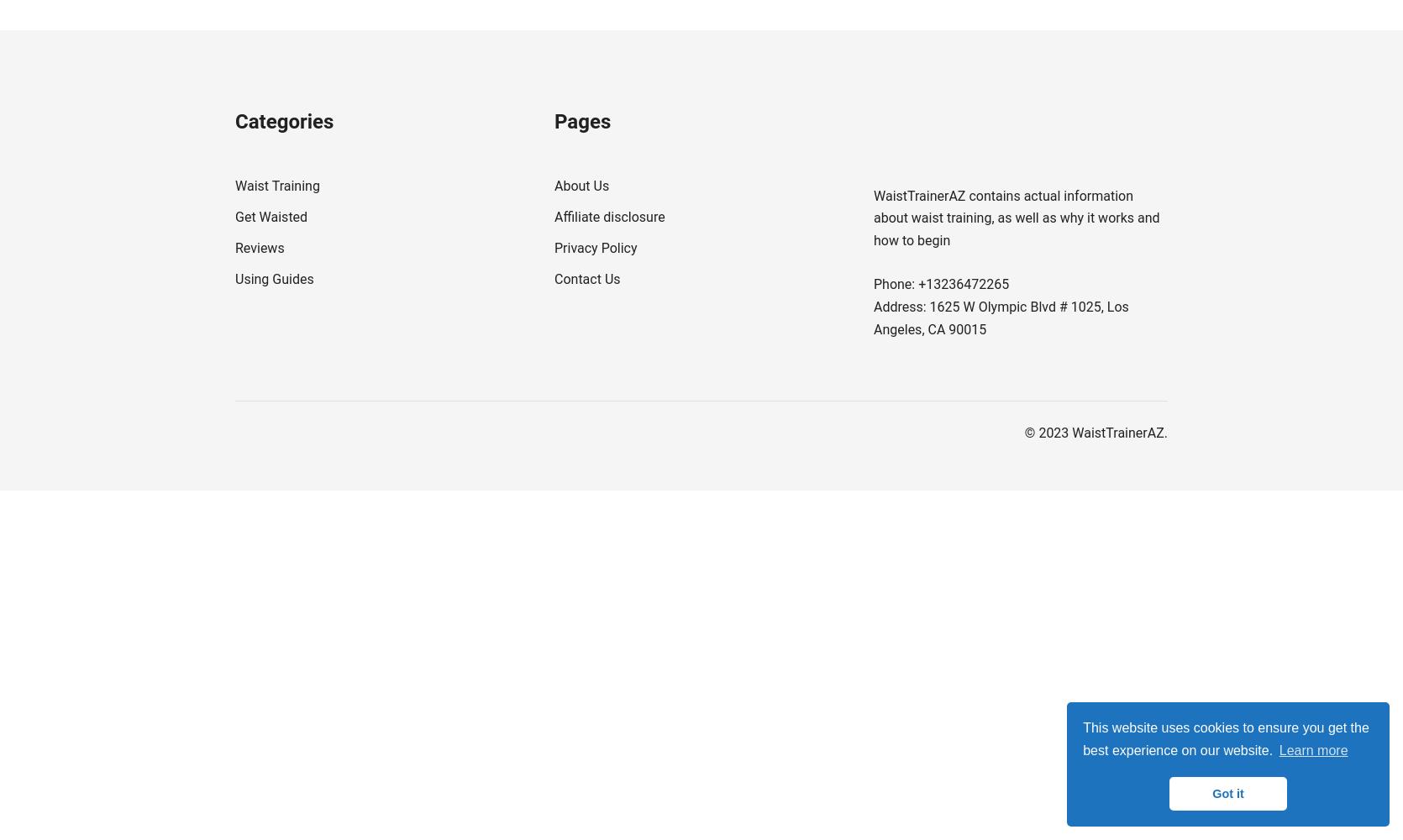  What do you see at coordinates (581, 185) in the screenshot?
I see `'About Us'` at bounding box center [581, 185].